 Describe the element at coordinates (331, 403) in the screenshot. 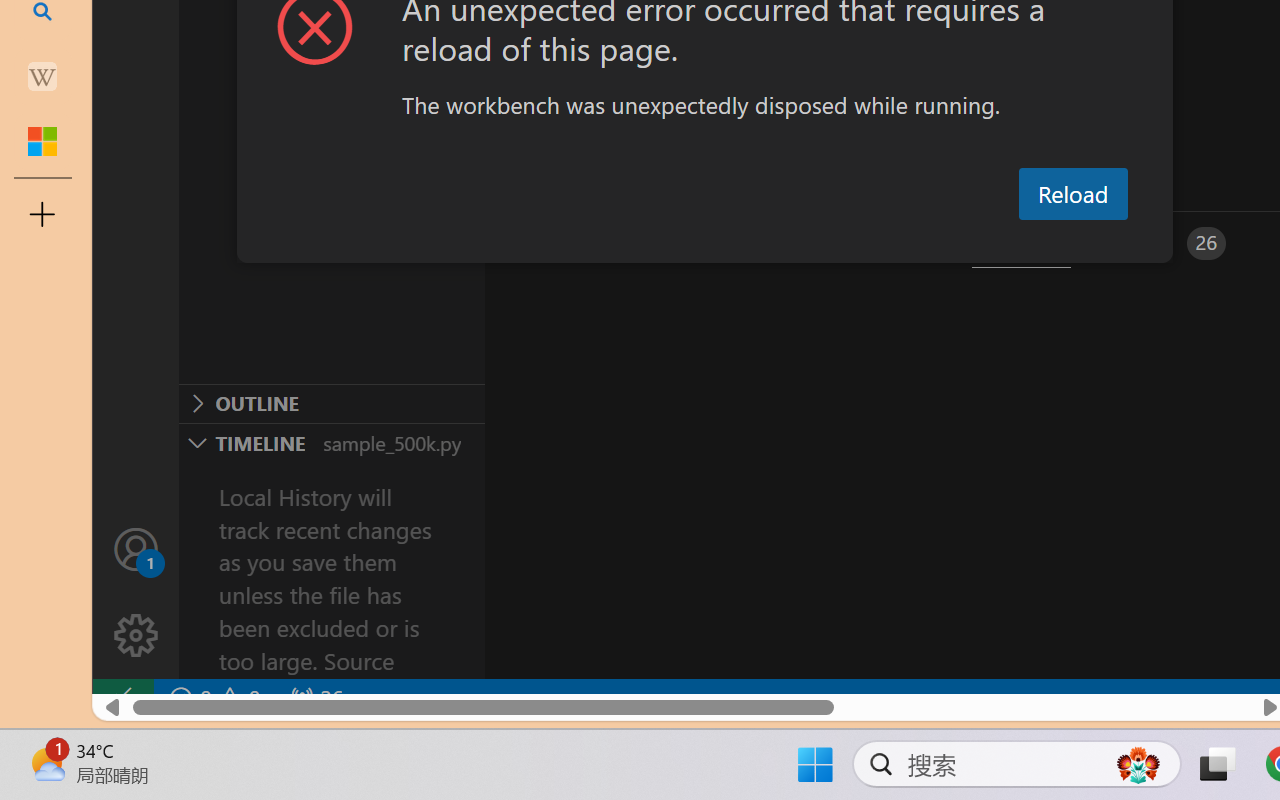

I see `'Outline Section'` at that location.